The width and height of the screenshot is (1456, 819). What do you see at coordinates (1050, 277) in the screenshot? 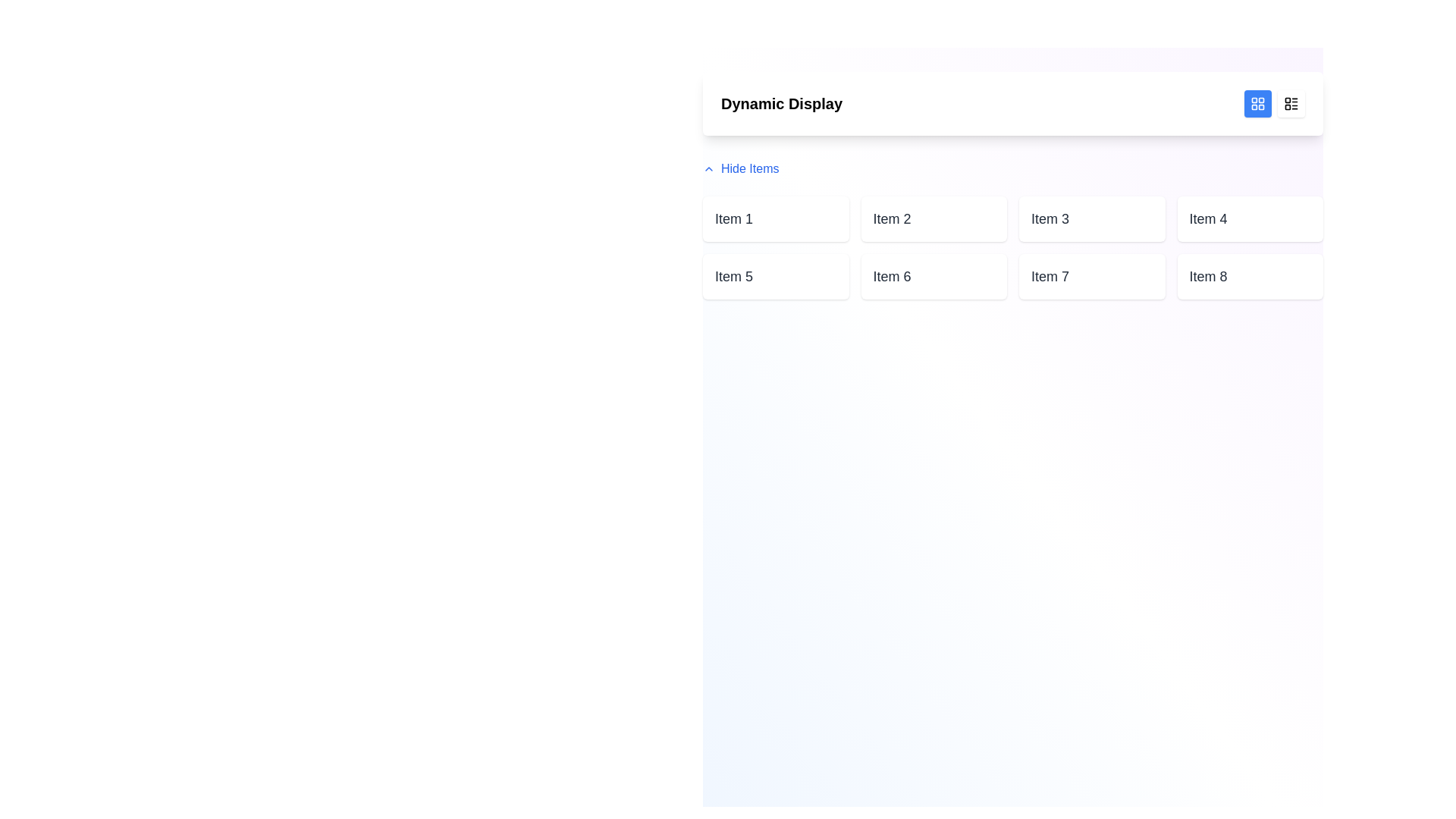
I see `the text label 'Item 7' which is styled with a large font size in dark gray color, located in the second row and third column of a grid layout` at bounding box center [1050, 277].